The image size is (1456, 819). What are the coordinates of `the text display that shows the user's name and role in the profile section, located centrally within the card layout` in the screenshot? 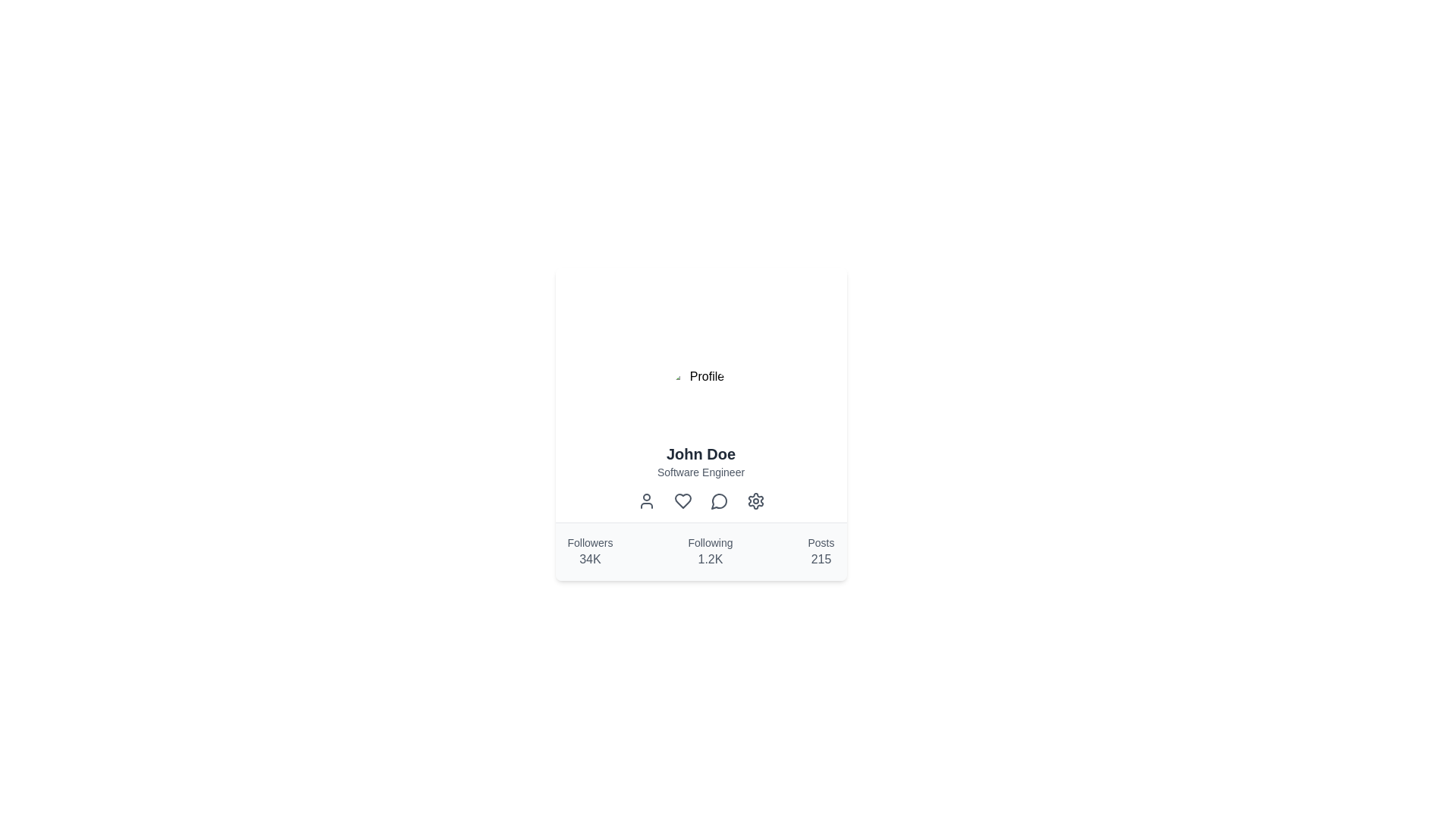 It's located at (700, 455).